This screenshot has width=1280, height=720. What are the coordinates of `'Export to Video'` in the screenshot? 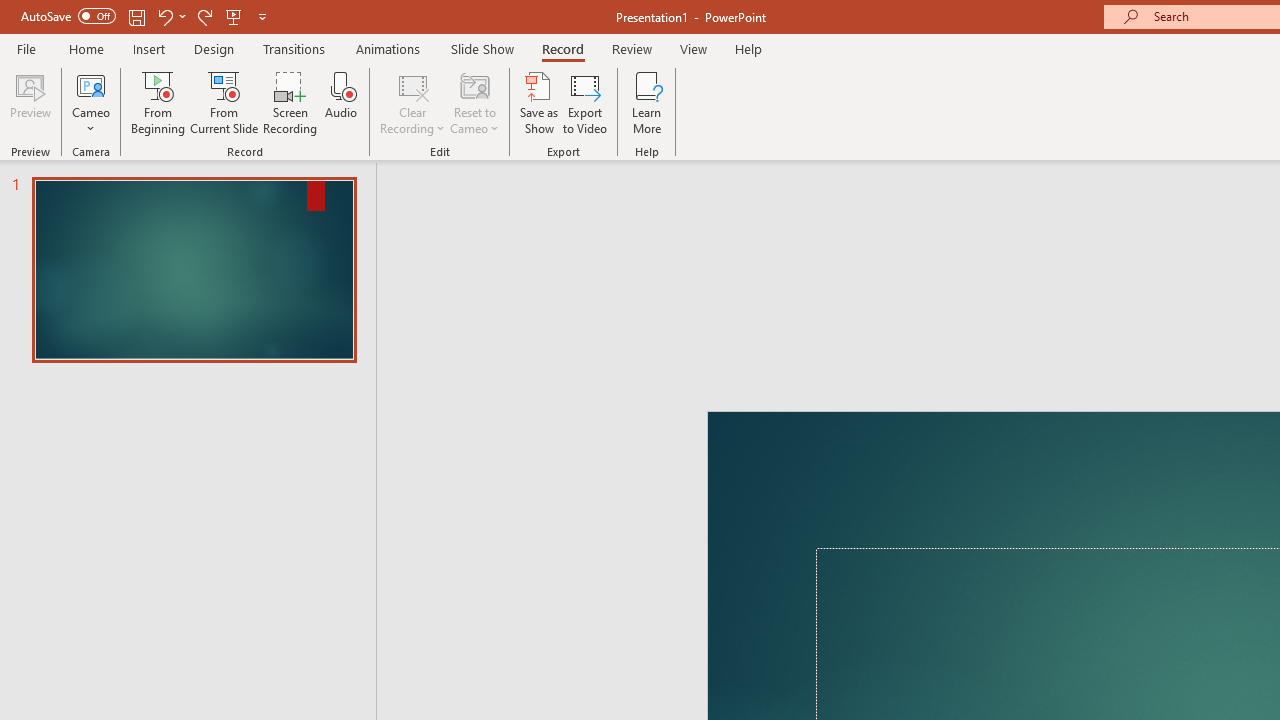 It's located at (584, 103).